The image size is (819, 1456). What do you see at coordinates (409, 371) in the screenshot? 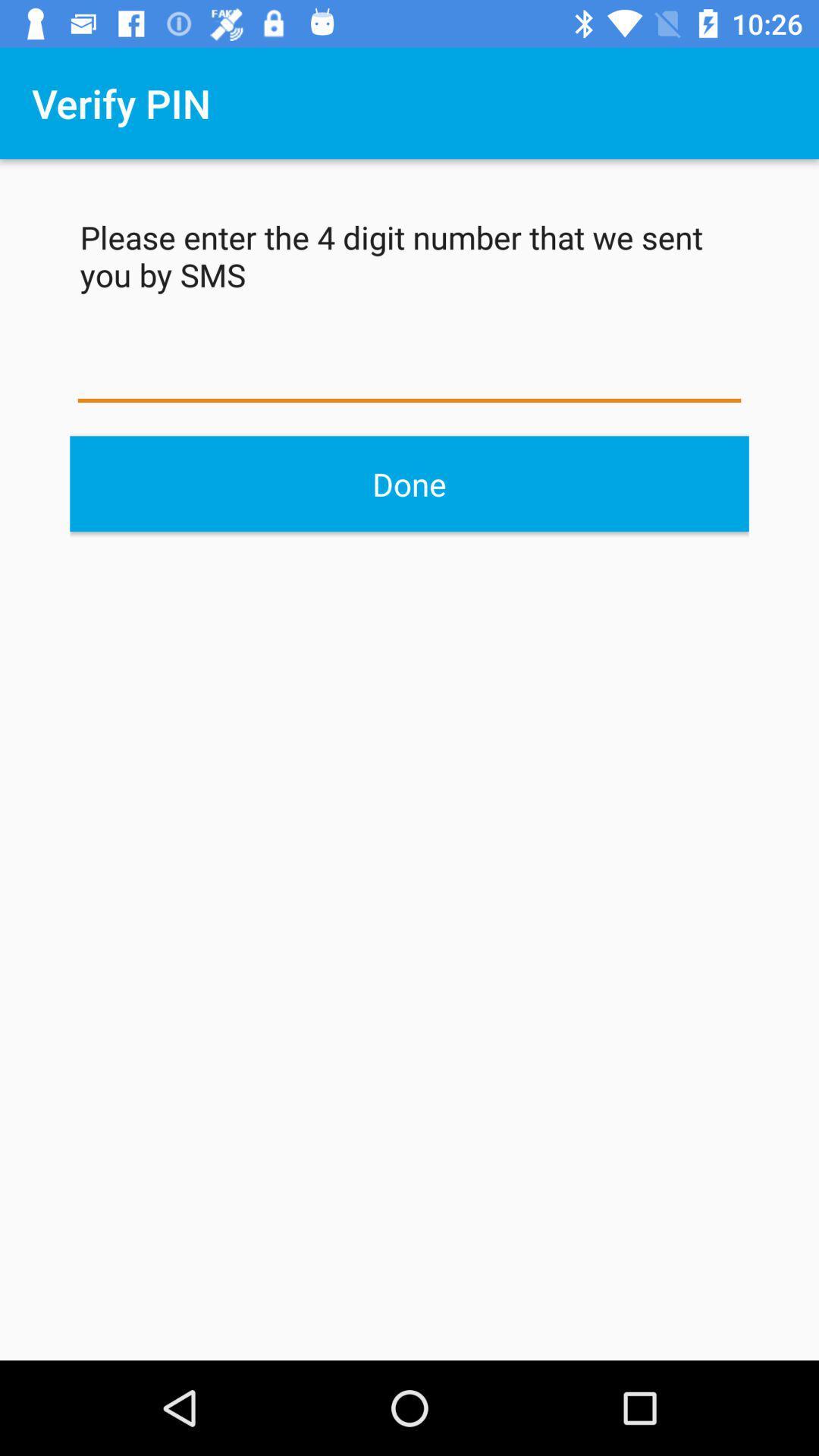
I see `the pin you received` at bounding box center [409, 371].